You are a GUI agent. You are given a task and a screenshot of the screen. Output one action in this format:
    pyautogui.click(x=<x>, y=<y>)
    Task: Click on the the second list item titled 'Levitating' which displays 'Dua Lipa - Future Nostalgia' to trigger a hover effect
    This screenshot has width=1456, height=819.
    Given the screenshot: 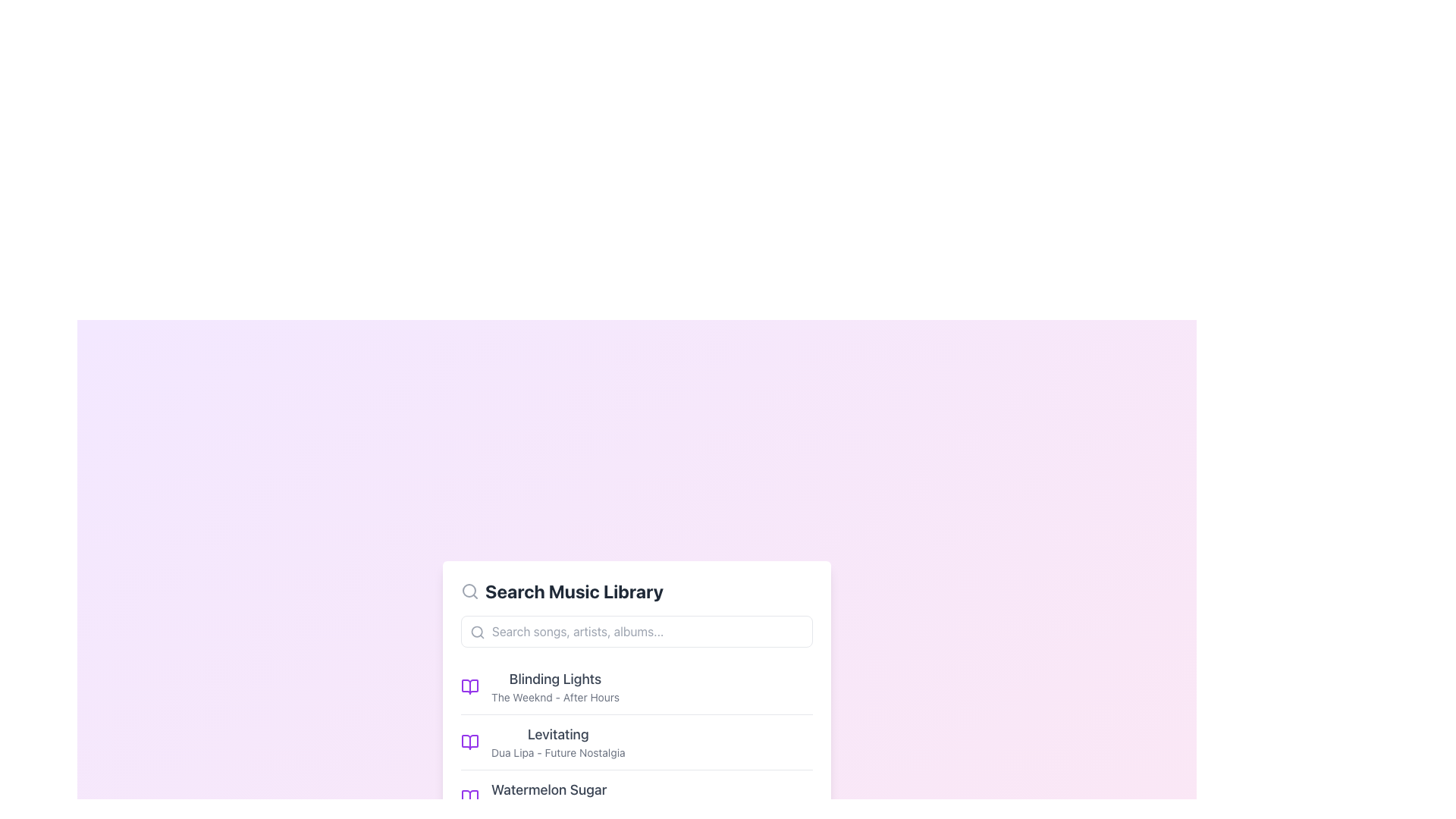 What is the action you would take?
    pyautogui.click(x=637, y=741)
    